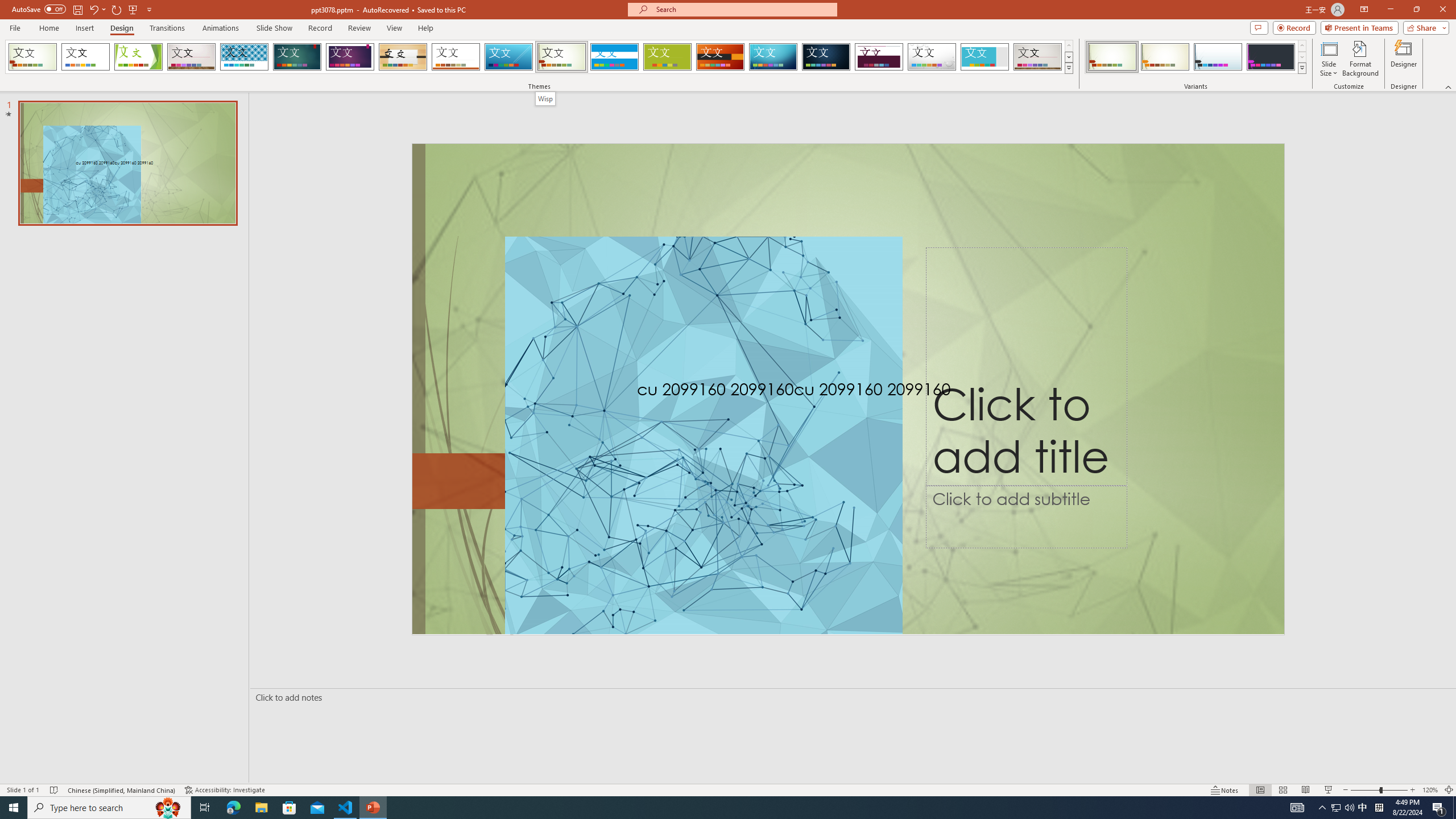 Image resolution: width=1456 pixels, height=819 pixels. Describe the element at coordinates (1270, 56) in the screenshot. I see `'Wisp Variant 4'` at that location.